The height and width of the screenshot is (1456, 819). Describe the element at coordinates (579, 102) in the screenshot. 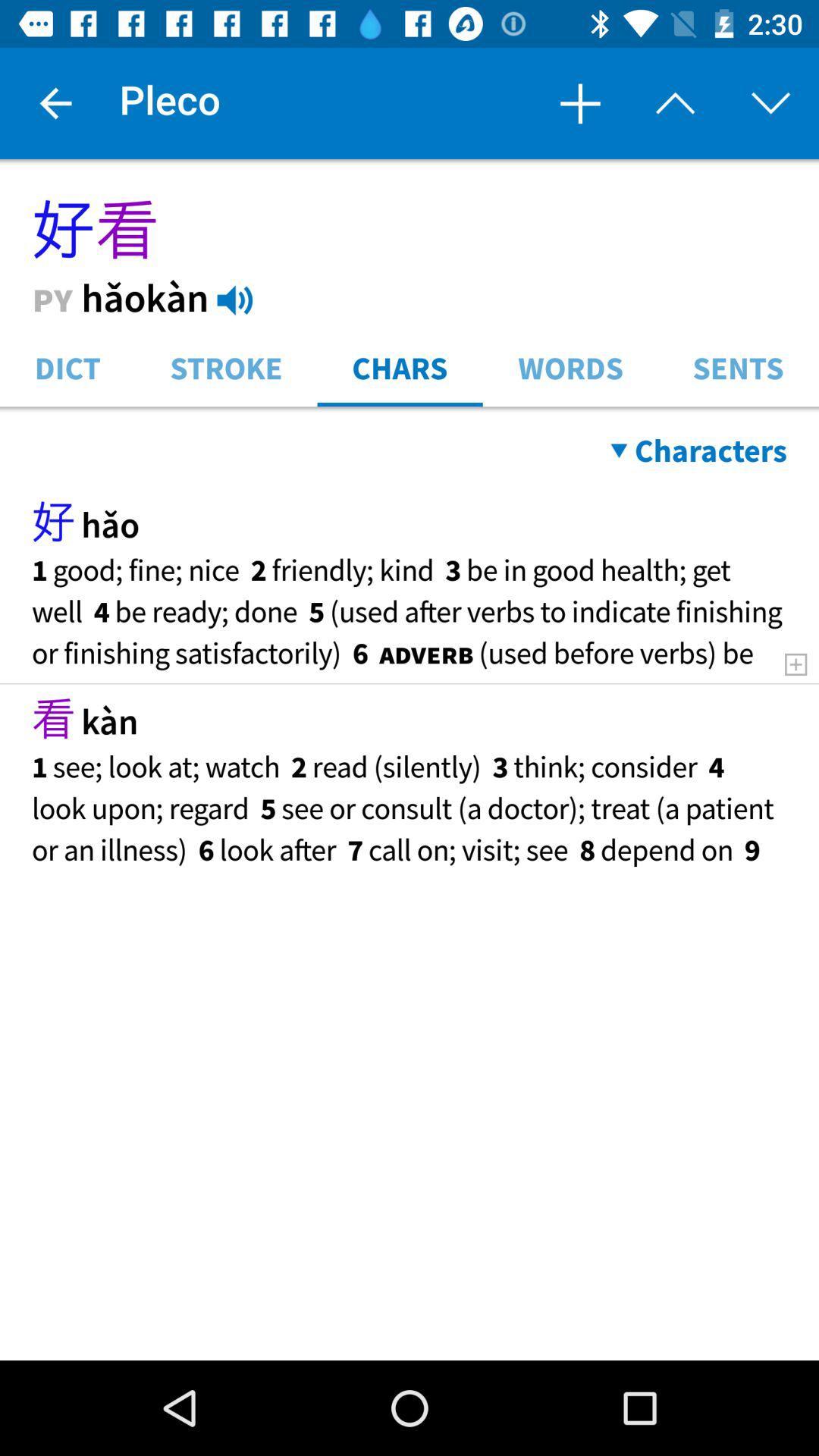

I see `the item to the right of the pleco icon` at that location.